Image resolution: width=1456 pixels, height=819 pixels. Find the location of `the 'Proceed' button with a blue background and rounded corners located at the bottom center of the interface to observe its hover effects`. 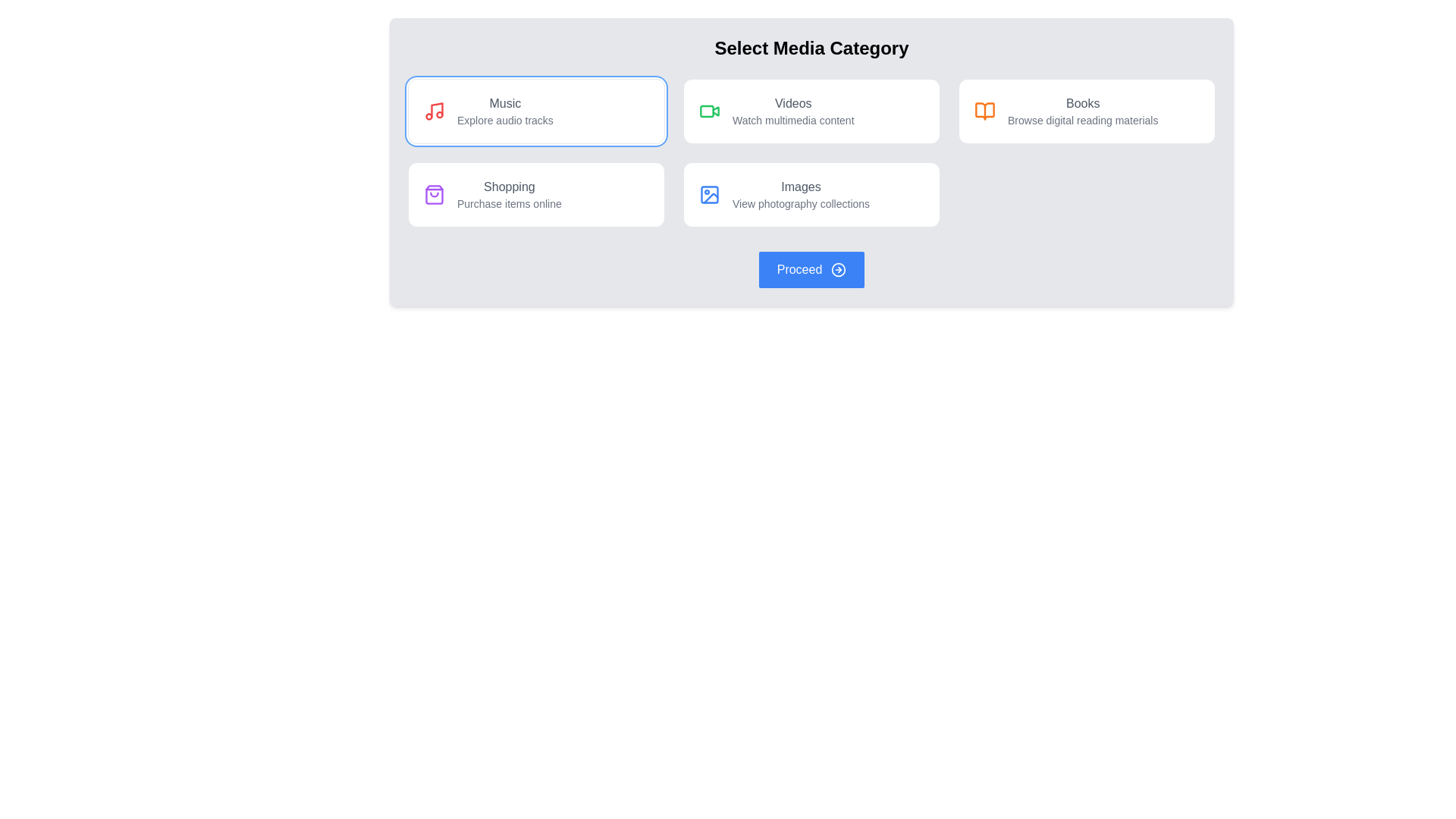

the 'Proceed' button with a blue background and rounded corners located at the bottom center of the interface to observe its hover effects is located at coordinates (811, 268).